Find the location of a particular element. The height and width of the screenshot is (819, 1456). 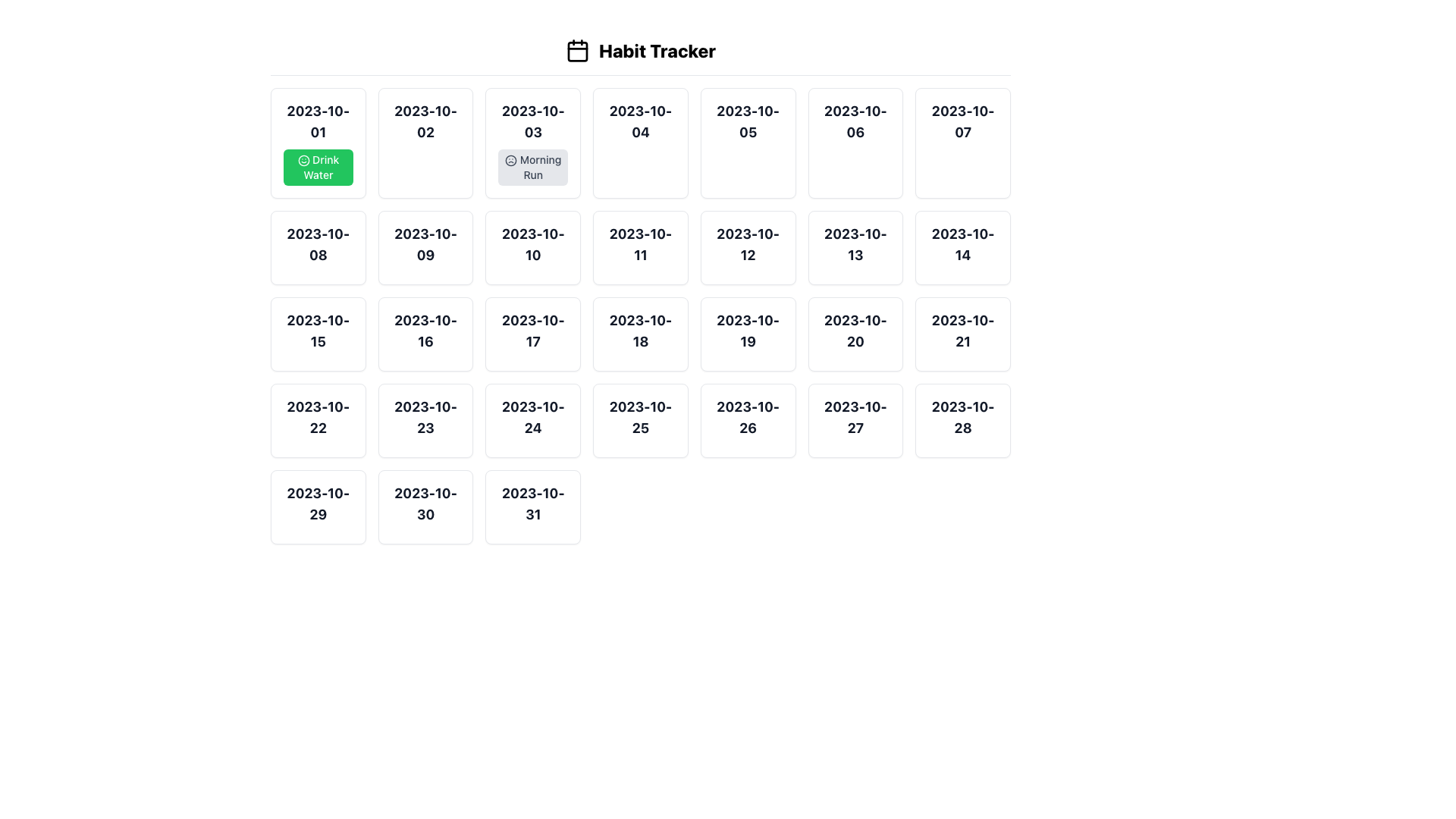

the decorative icon associated with the 'Drink Water' button located in the first cell of the calendar grid under the date '2023-10-01' is located at coordinates (303, 161).